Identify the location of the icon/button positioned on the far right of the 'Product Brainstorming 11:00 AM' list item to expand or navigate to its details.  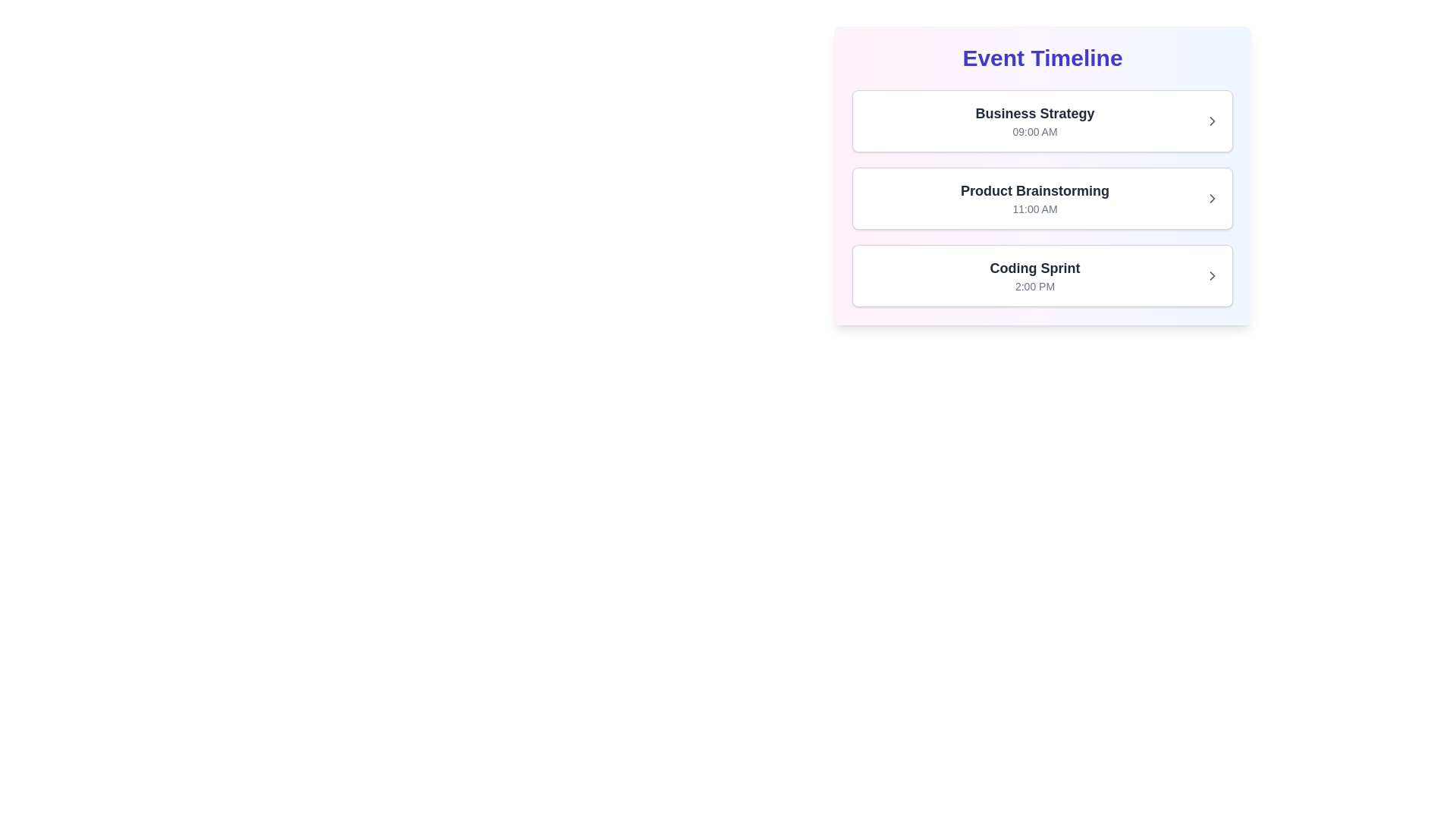
(1211, 198).